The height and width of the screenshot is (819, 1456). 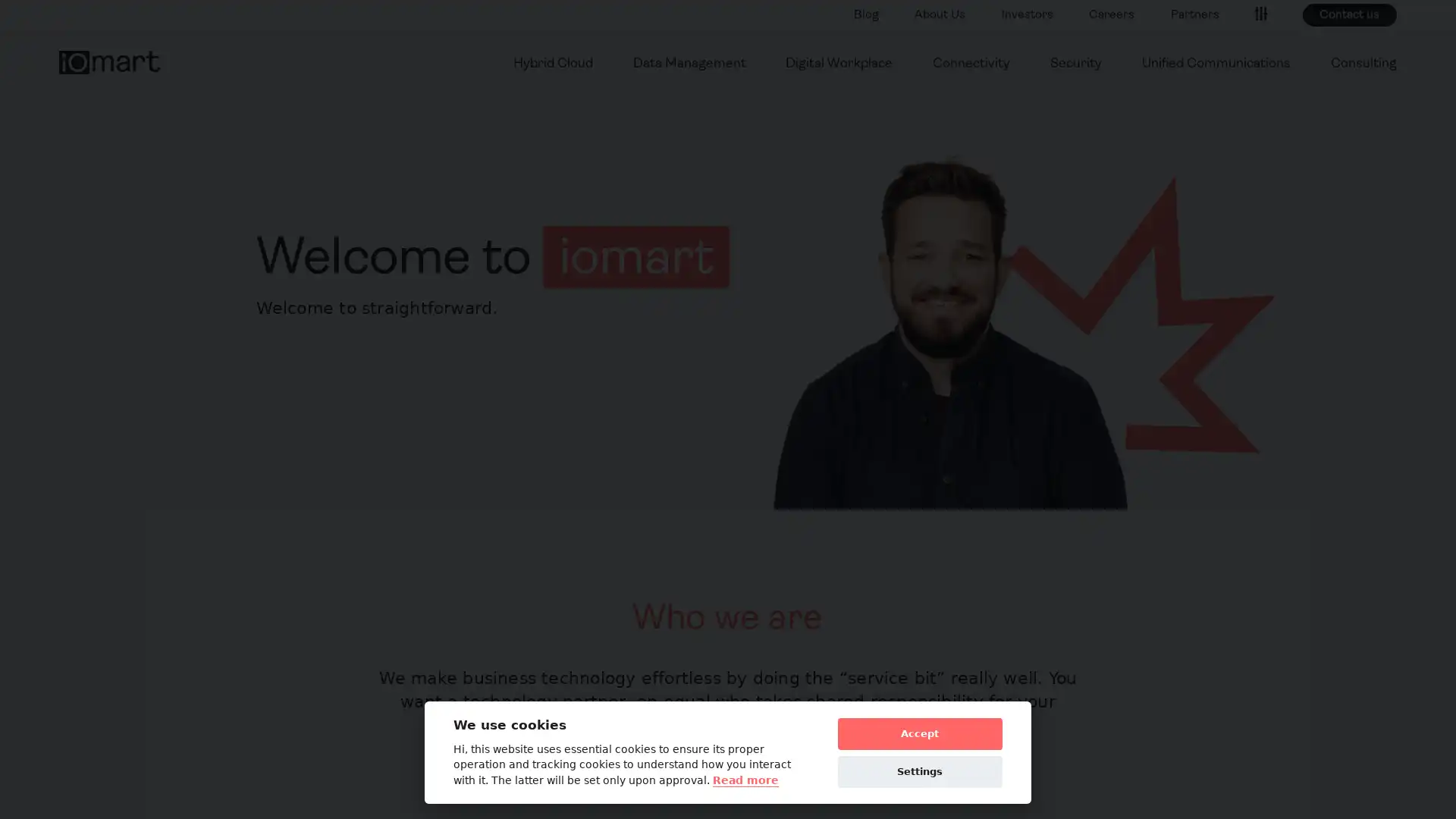 I want to click on Accept, so click(x=918, y=733).